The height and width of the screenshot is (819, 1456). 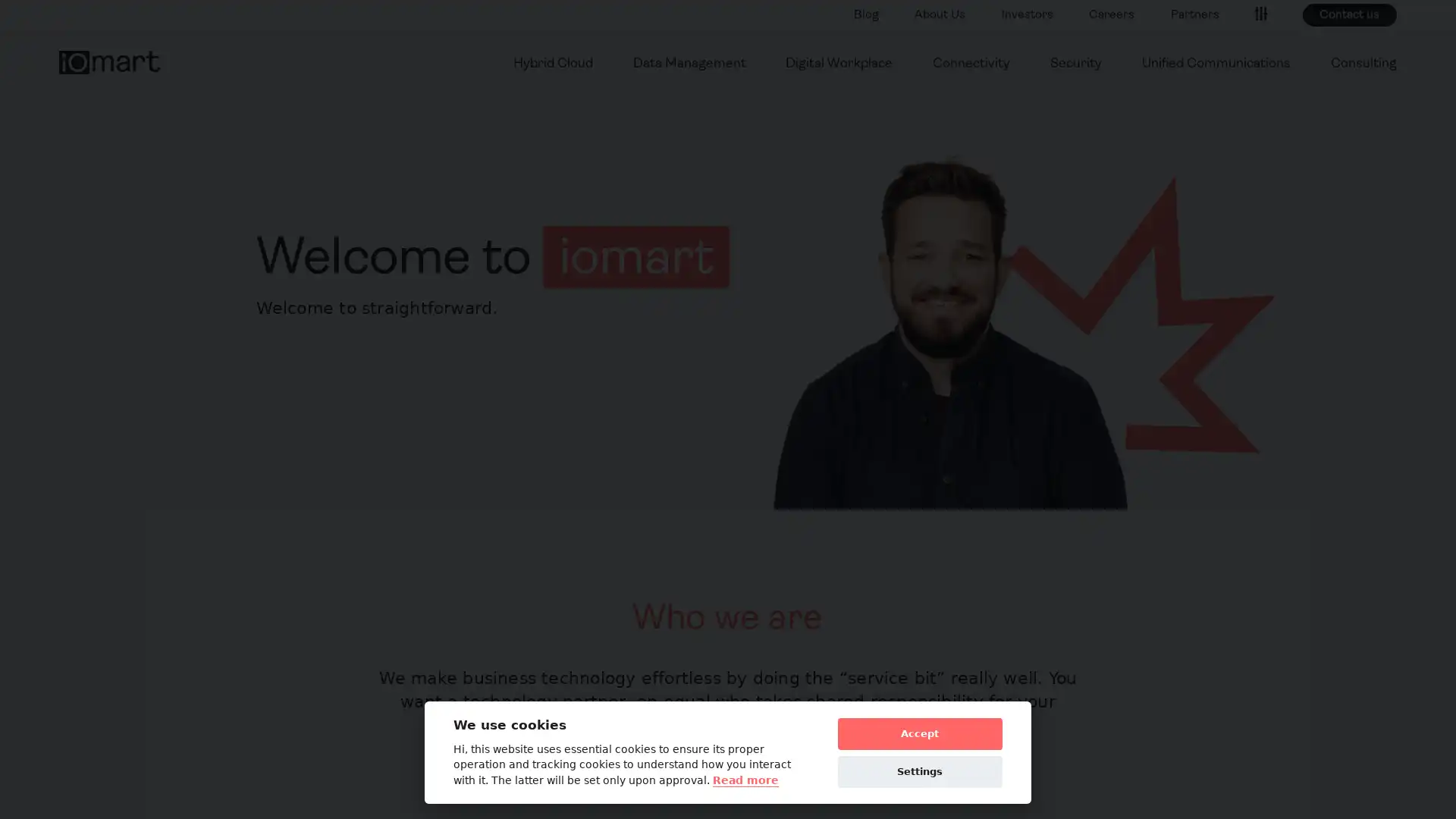 I want to click on Accept, so click(x=918, y=733).